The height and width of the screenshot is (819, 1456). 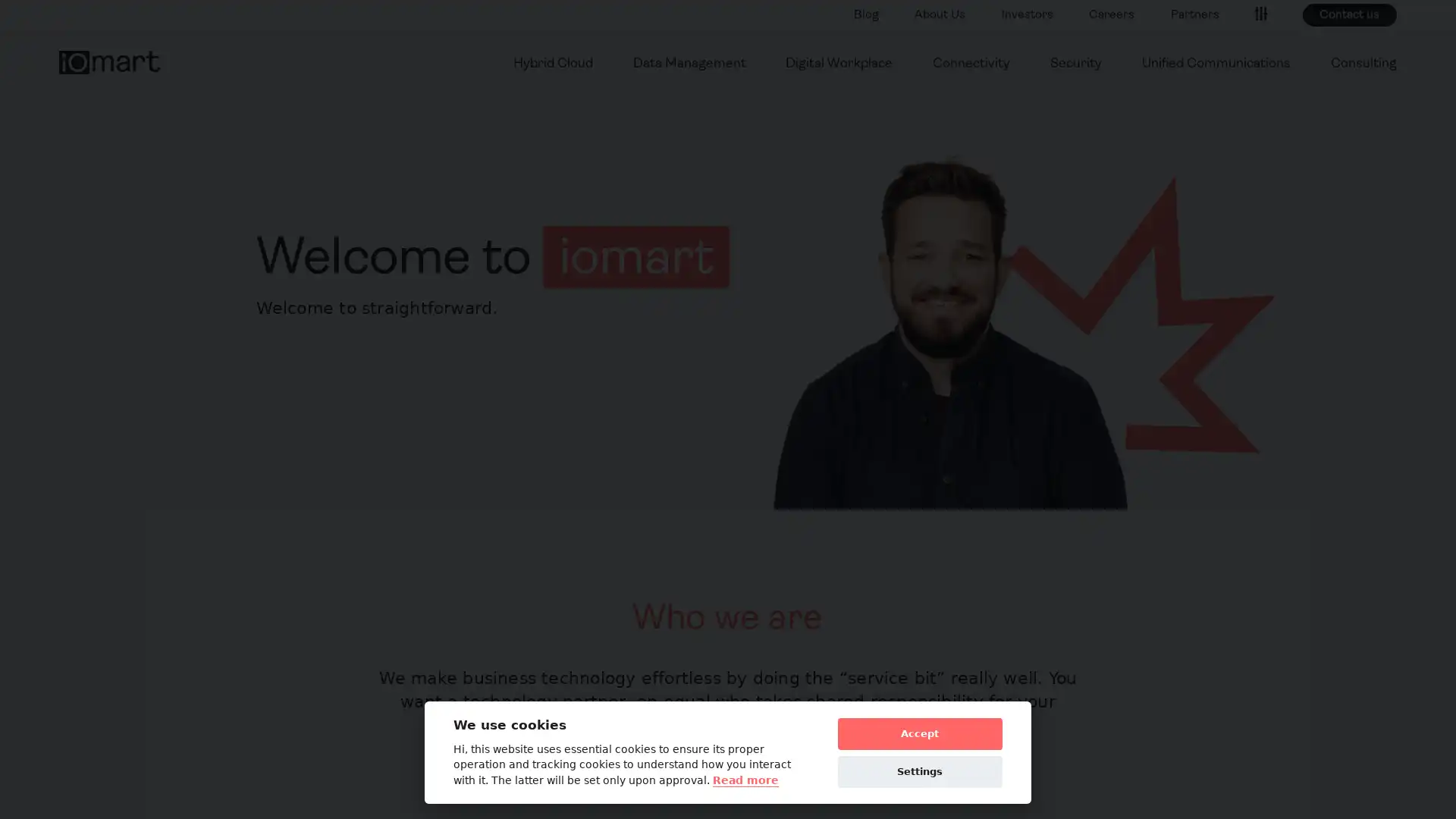 I want to click on Accept, so click(x=918, y=733).